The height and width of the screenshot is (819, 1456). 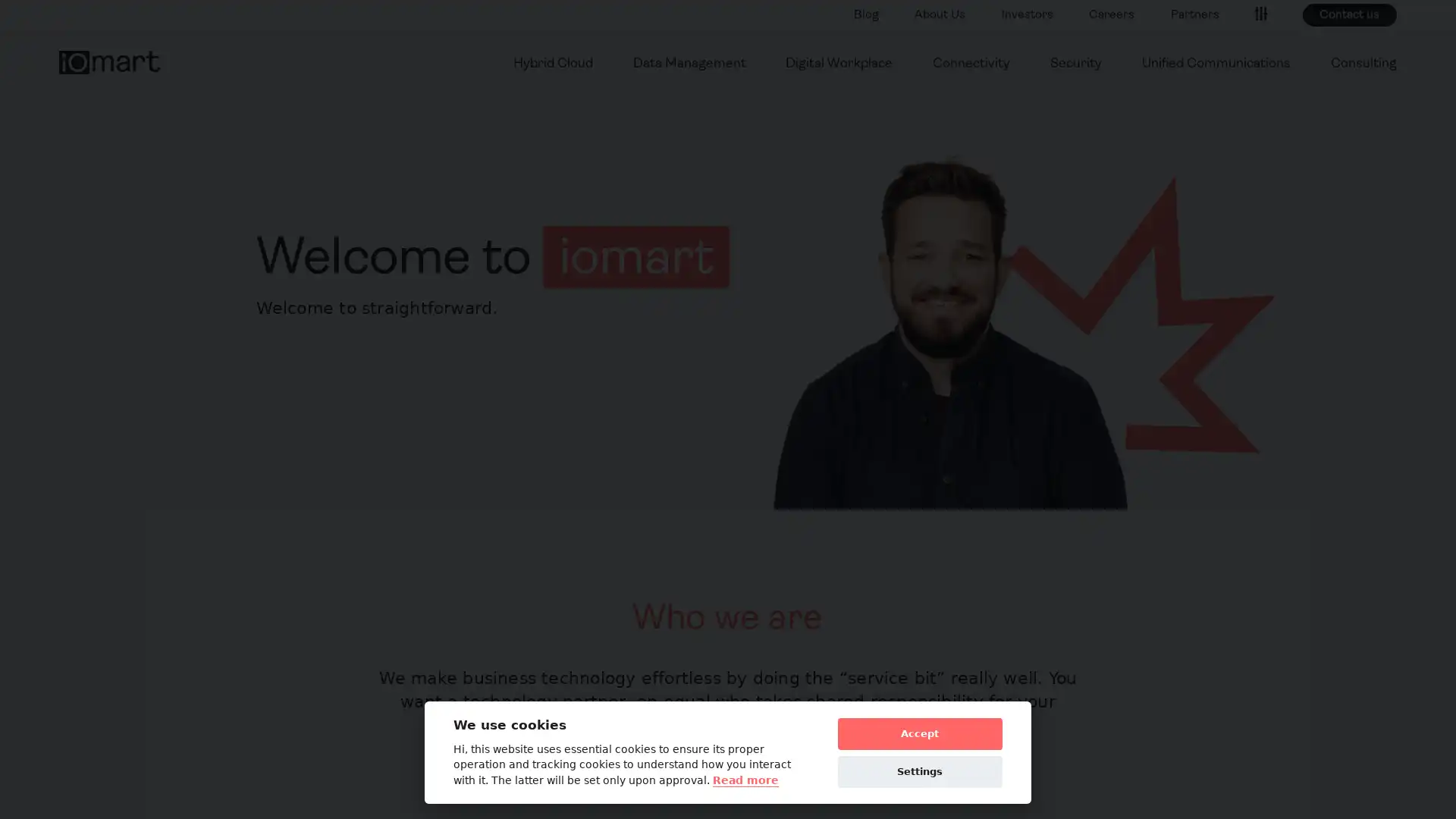 I want to click on Accept, so click(x=918, y=733).